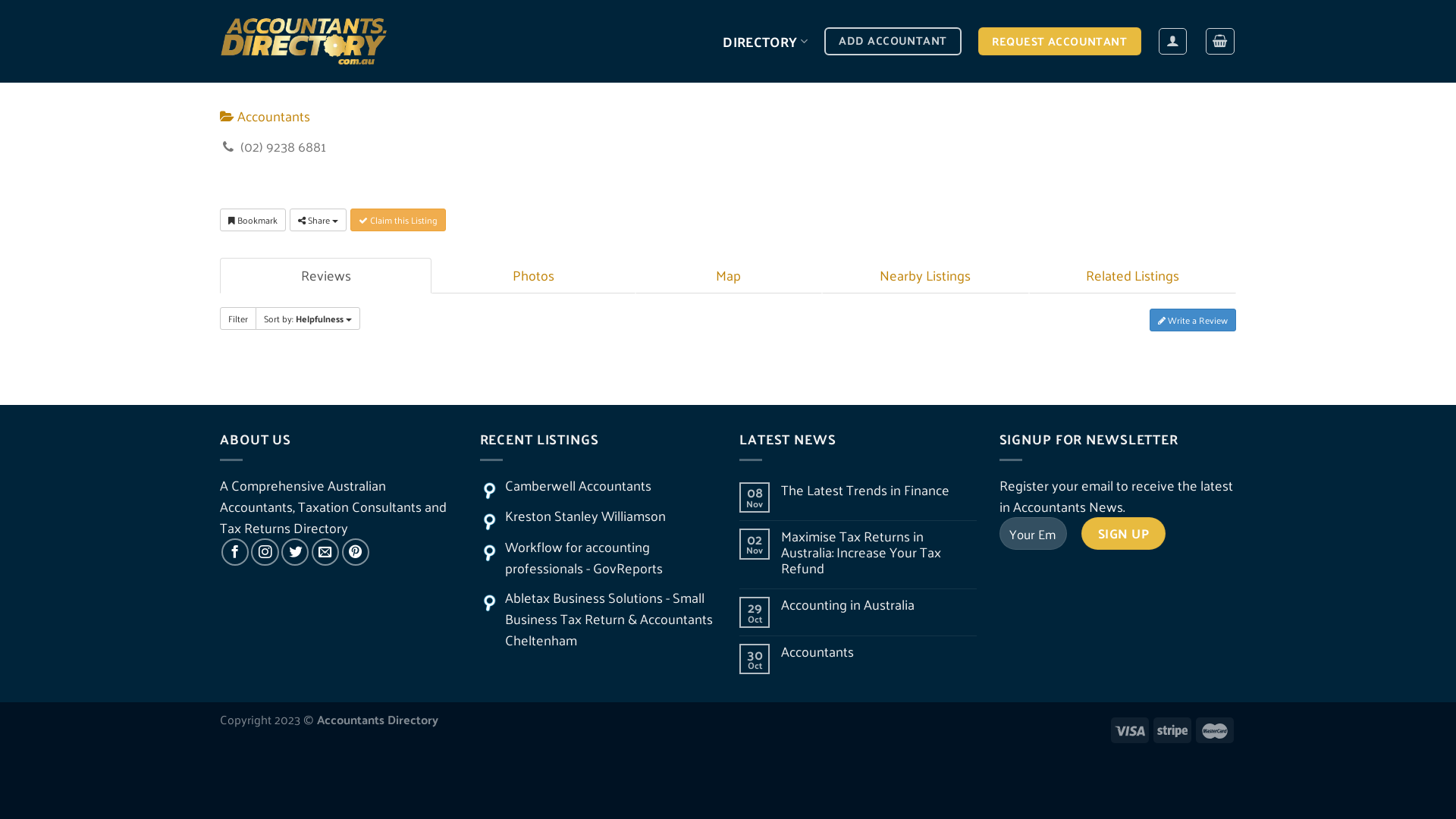 This screenshot has height=819, width=1456. I want to click on 'Follow on Pinterest', so click(355, 552).